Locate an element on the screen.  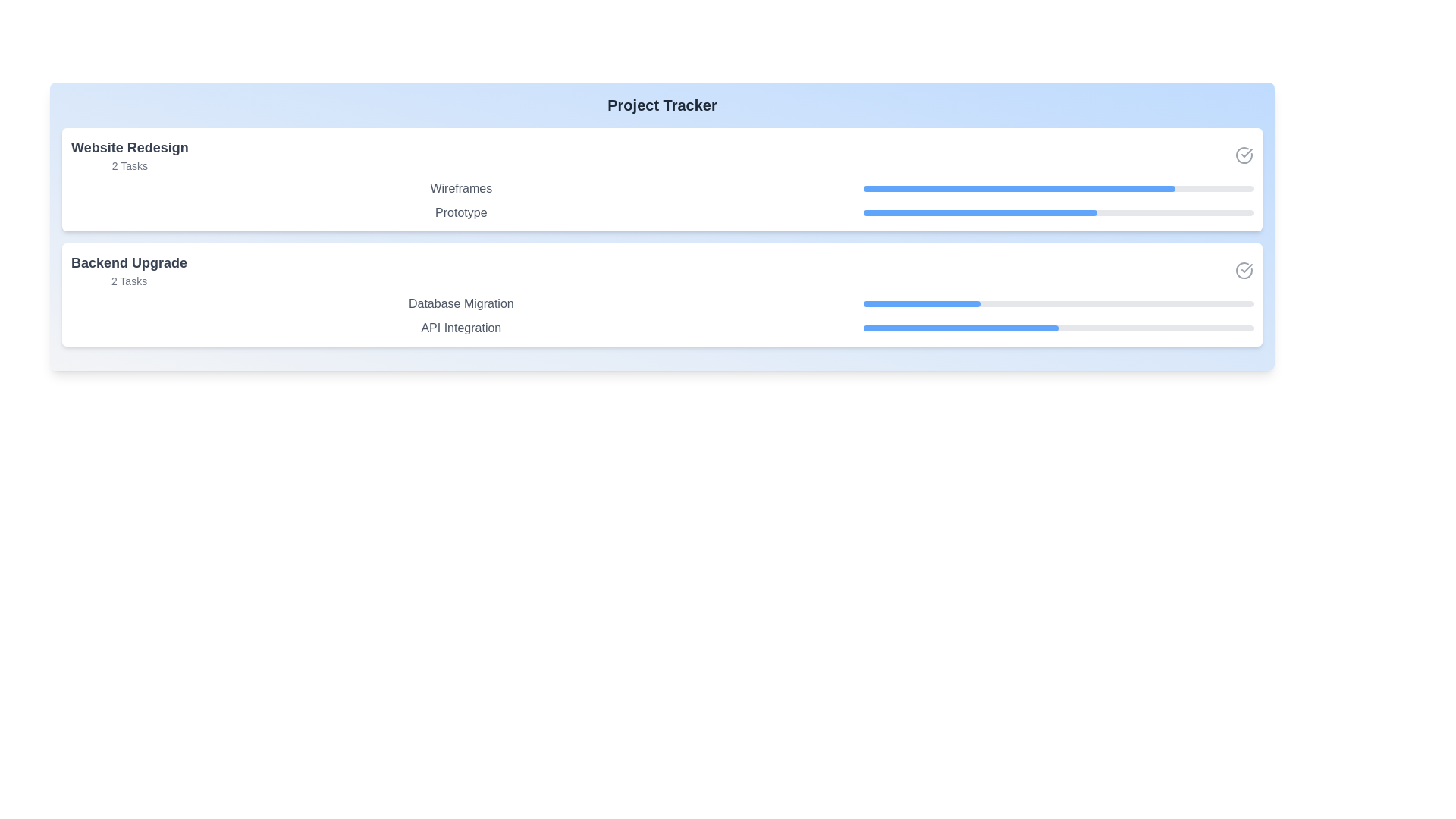
the blue progress bar segment that represents the currently filled section of the 'Backend Upgrade' tasks, specifically aligned with 'Database Migration' is located at coordinates (921, 304).